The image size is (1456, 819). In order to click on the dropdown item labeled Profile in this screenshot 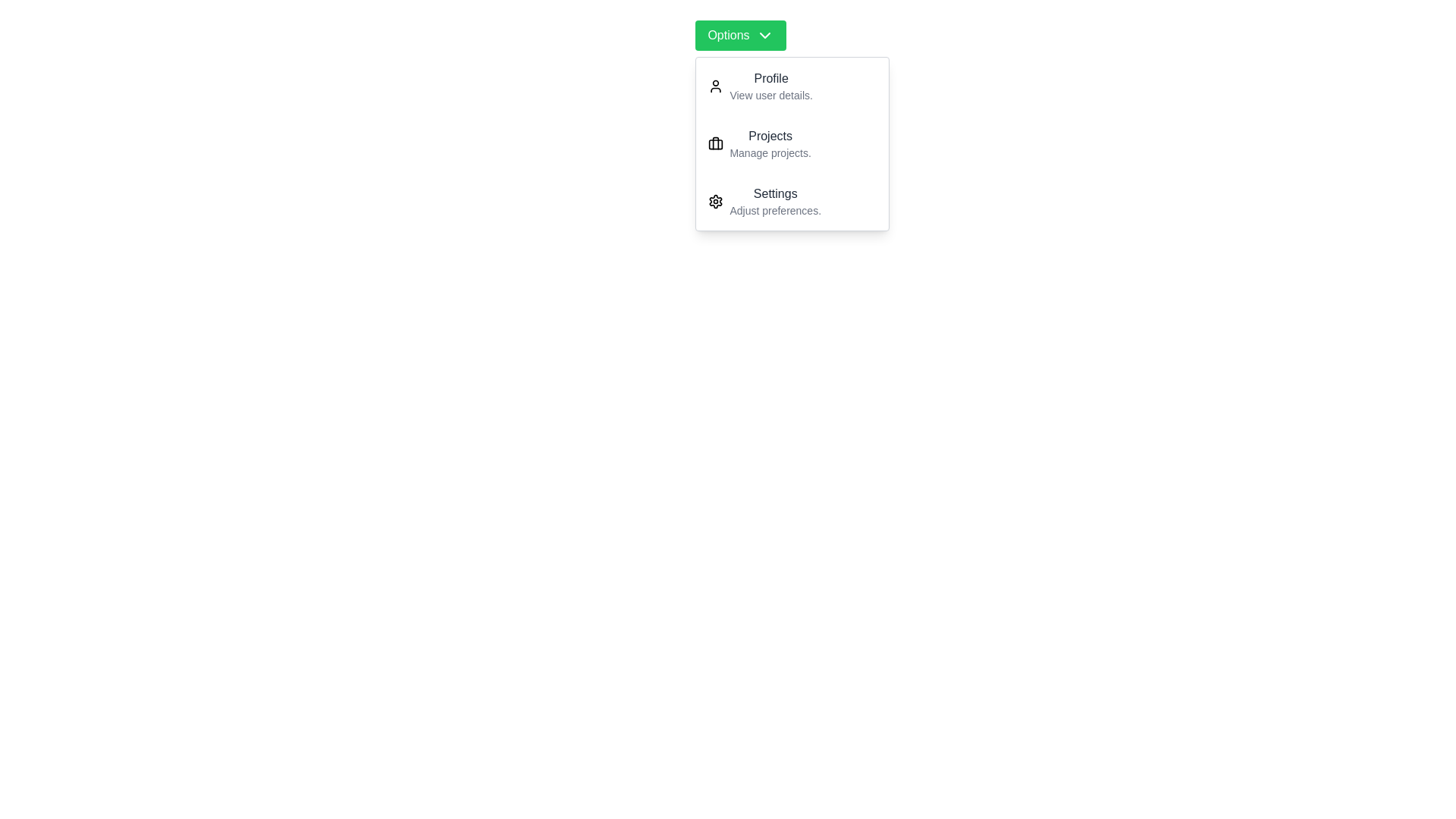, I will do `click(792, 86)`.